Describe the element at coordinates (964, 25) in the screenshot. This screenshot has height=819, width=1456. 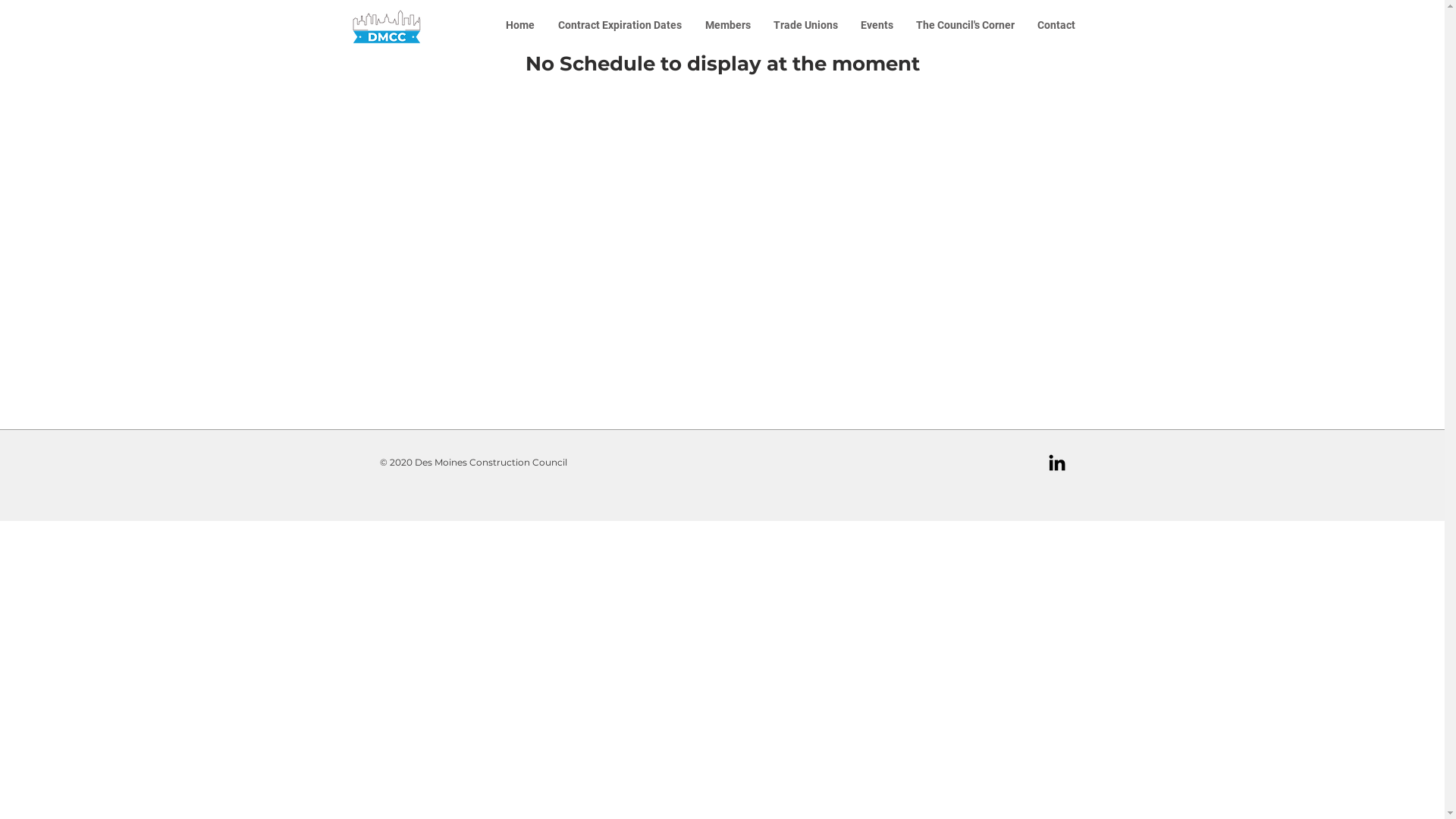
I see `'The Council's Corner'` at that location.